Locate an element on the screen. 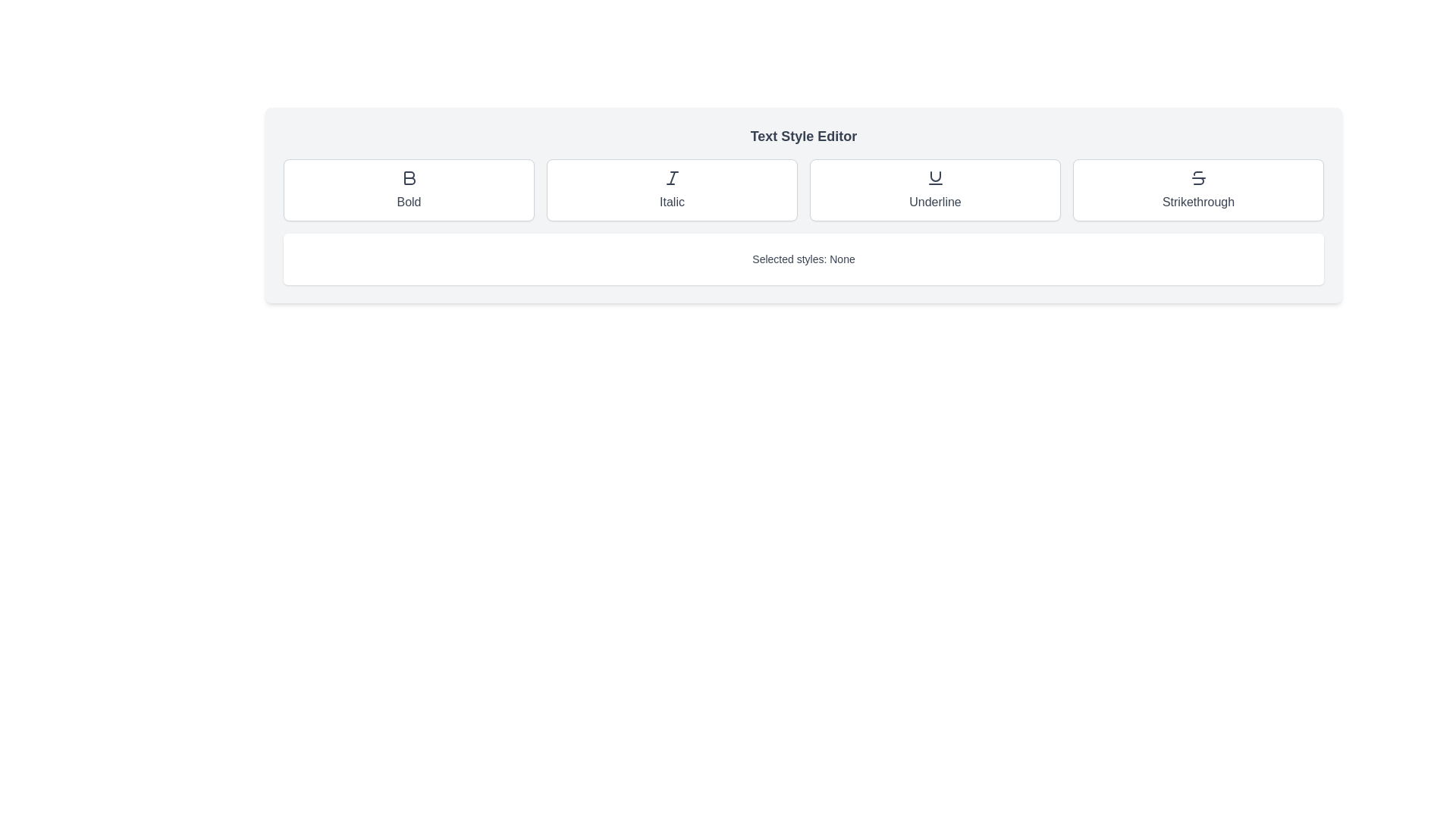 The height and width of the screenshot is (819, 1456). the text label displaying 'Underline', which is centrally aligned beneath the 'U' icon and is the third element in a horizontally arranged button set is located at coordinates (934, 201).